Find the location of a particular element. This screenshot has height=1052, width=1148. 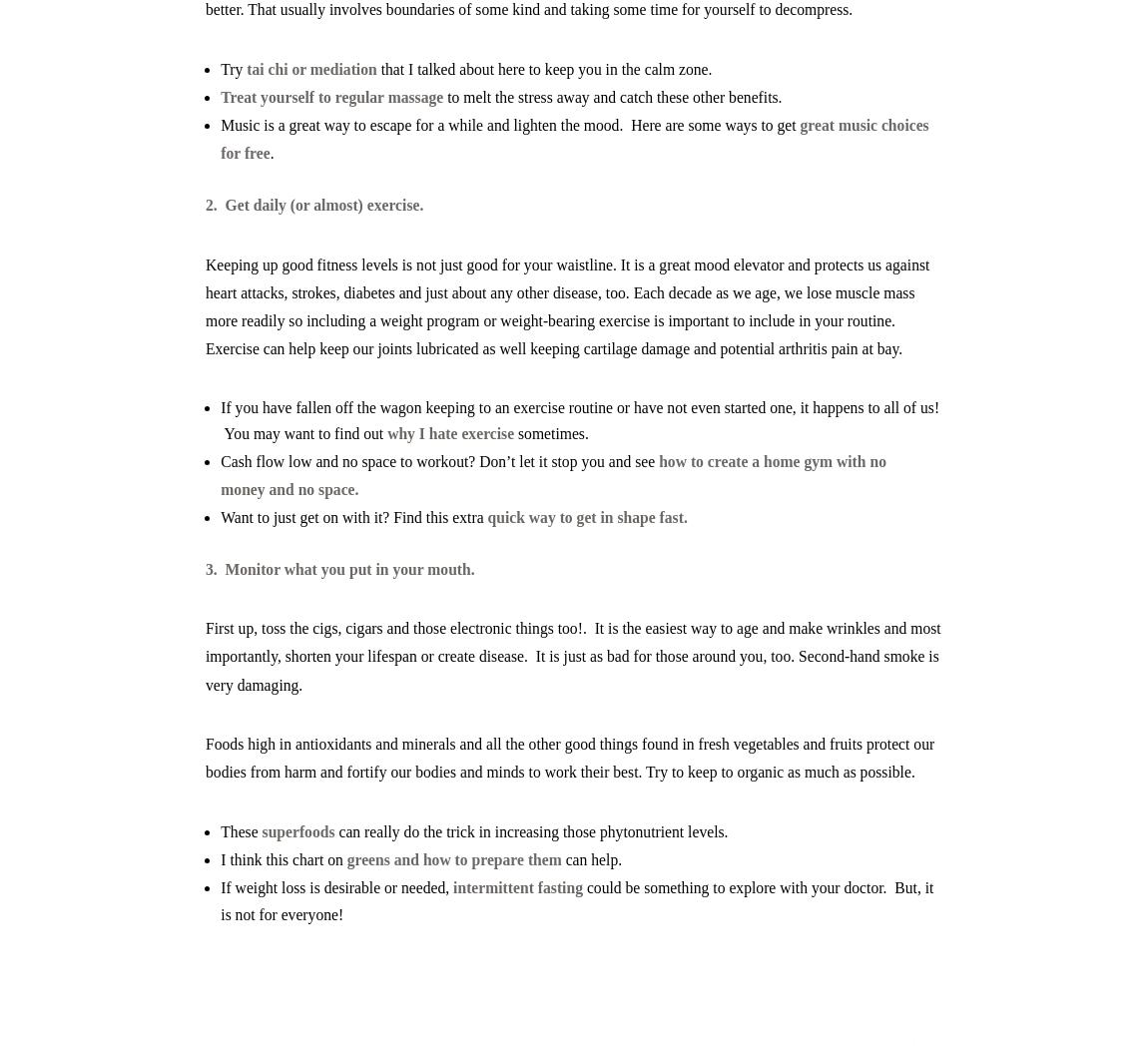

'Foods high in antioxidants and minerals and all the other good things found in fresh vegetables and fruits protect our bodies from harm and fortify our bodies and minds to work their best. Try to keep to organic as much as possible.' is located at coordinates (569, 758).